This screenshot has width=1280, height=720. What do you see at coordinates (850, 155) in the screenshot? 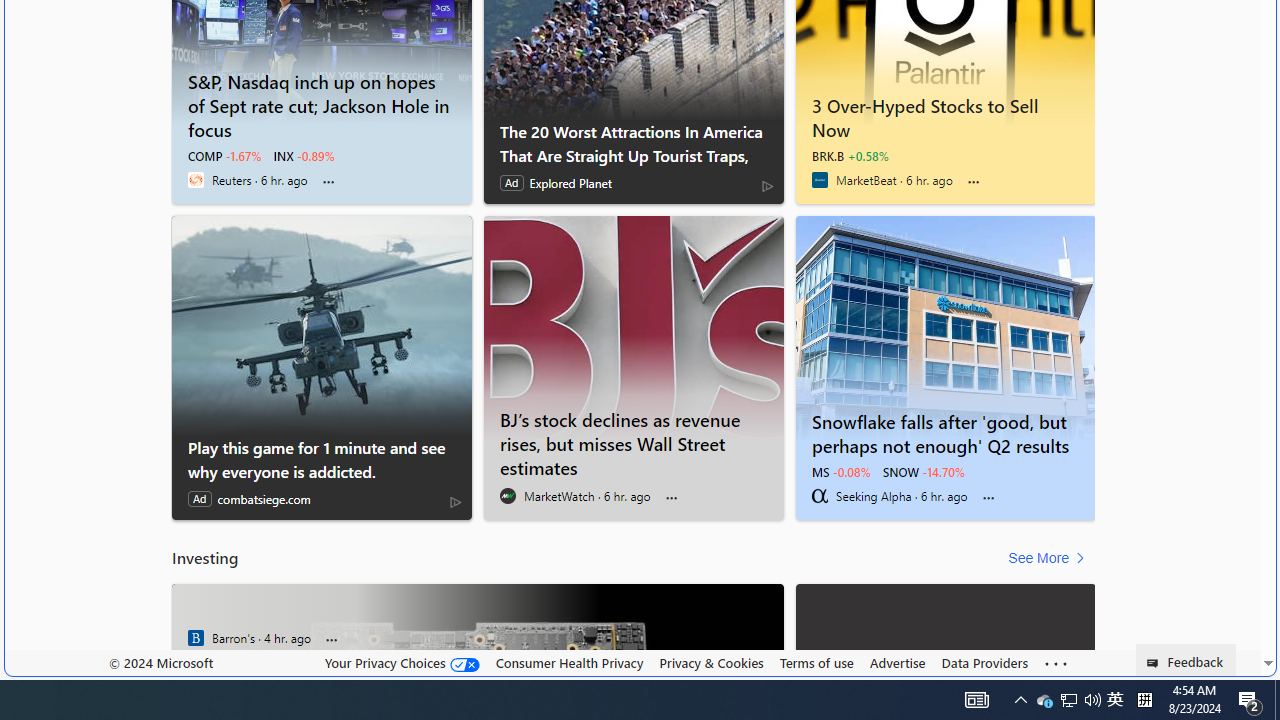
I see `'BRK.B +0.58%'` at bounding box center [850, 155].